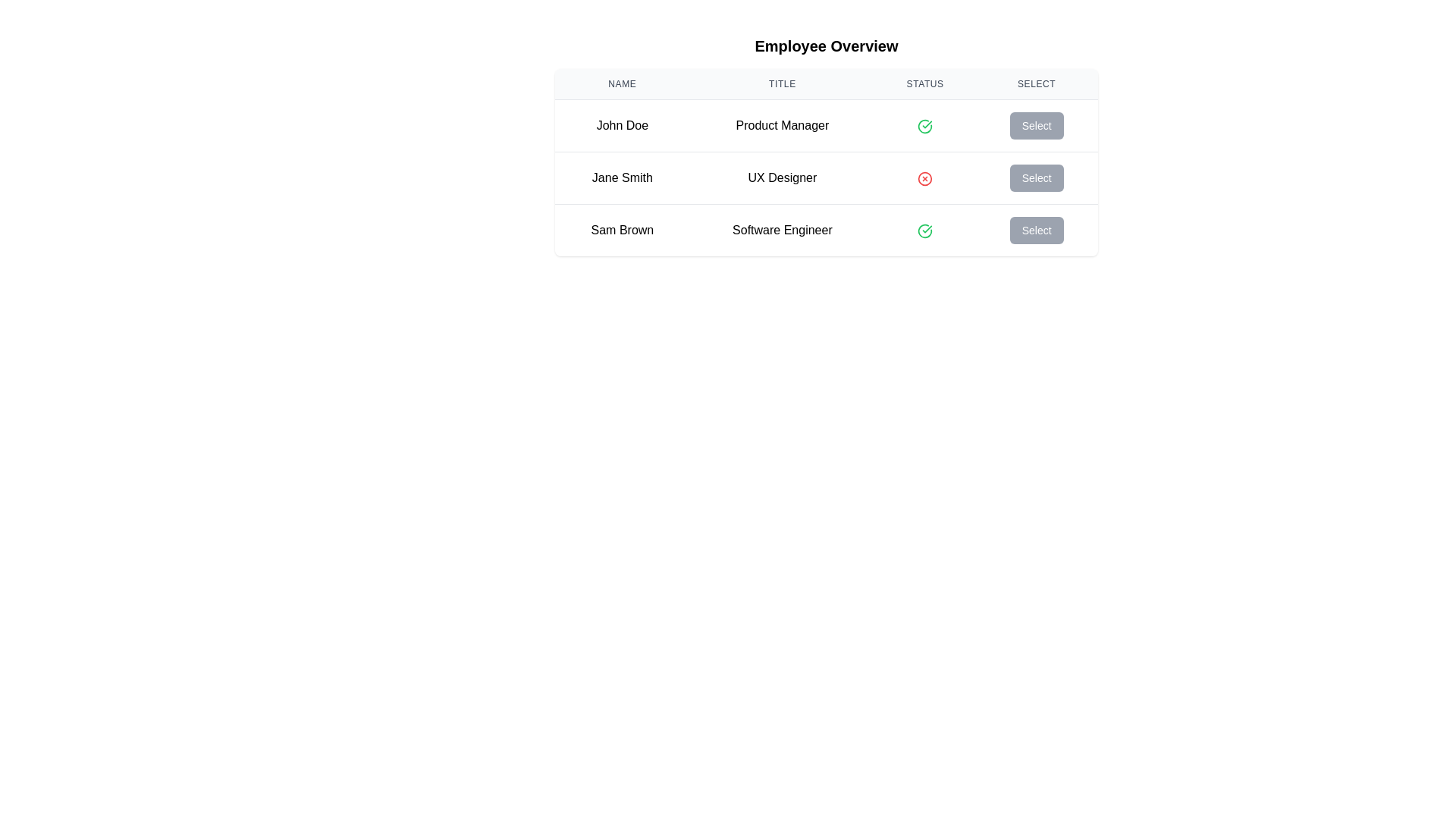  I want to click on the text and status icon within the second row of the employee table, which displays 'Jane Smith UX Designer', so click(825, 177).